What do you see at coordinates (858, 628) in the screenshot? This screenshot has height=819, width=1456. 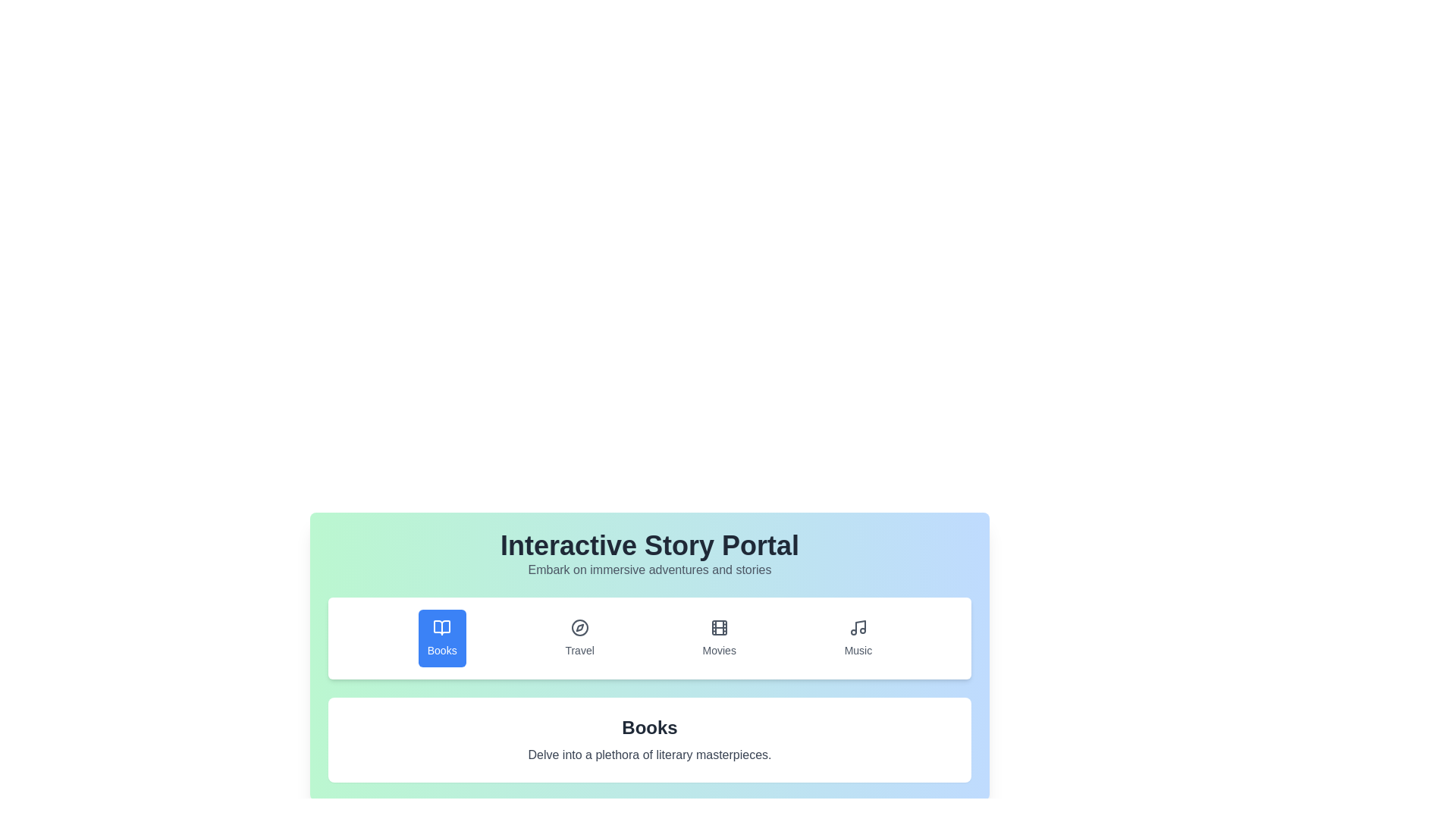 I see `the musical note icon located within the 'Music' button, which is positioned on the rightmost side of the options row under the 'Interactive Story Portal' header` at bounding box center [858, 628].